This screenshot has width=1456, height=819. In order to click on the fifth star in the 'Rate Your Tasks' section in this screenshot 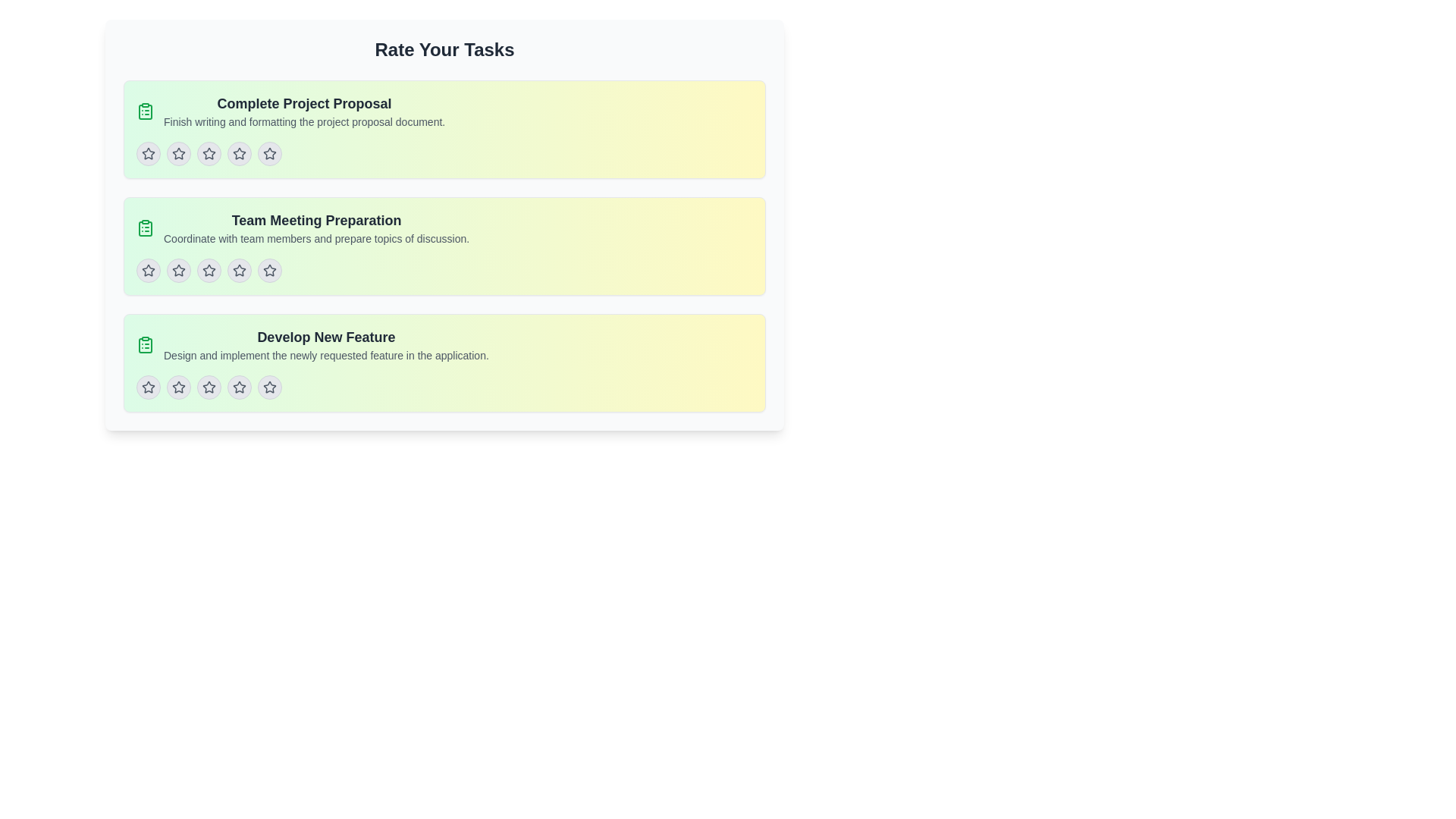, I will do `click(269, 154)`.